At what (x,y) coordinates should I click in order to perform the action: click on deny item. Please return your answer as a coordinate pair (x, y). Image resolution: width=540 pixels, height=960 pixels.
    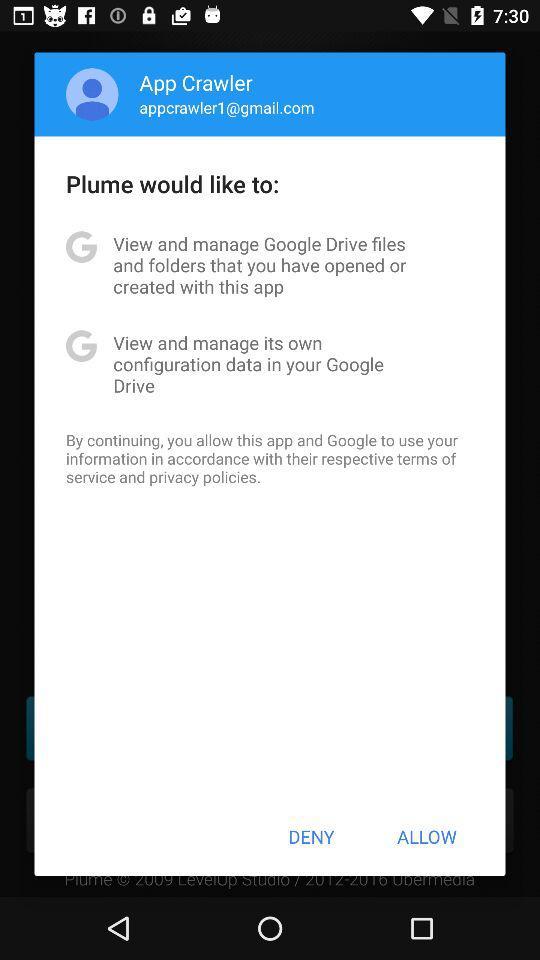
    Looking at the image, I should click on (311, 836).